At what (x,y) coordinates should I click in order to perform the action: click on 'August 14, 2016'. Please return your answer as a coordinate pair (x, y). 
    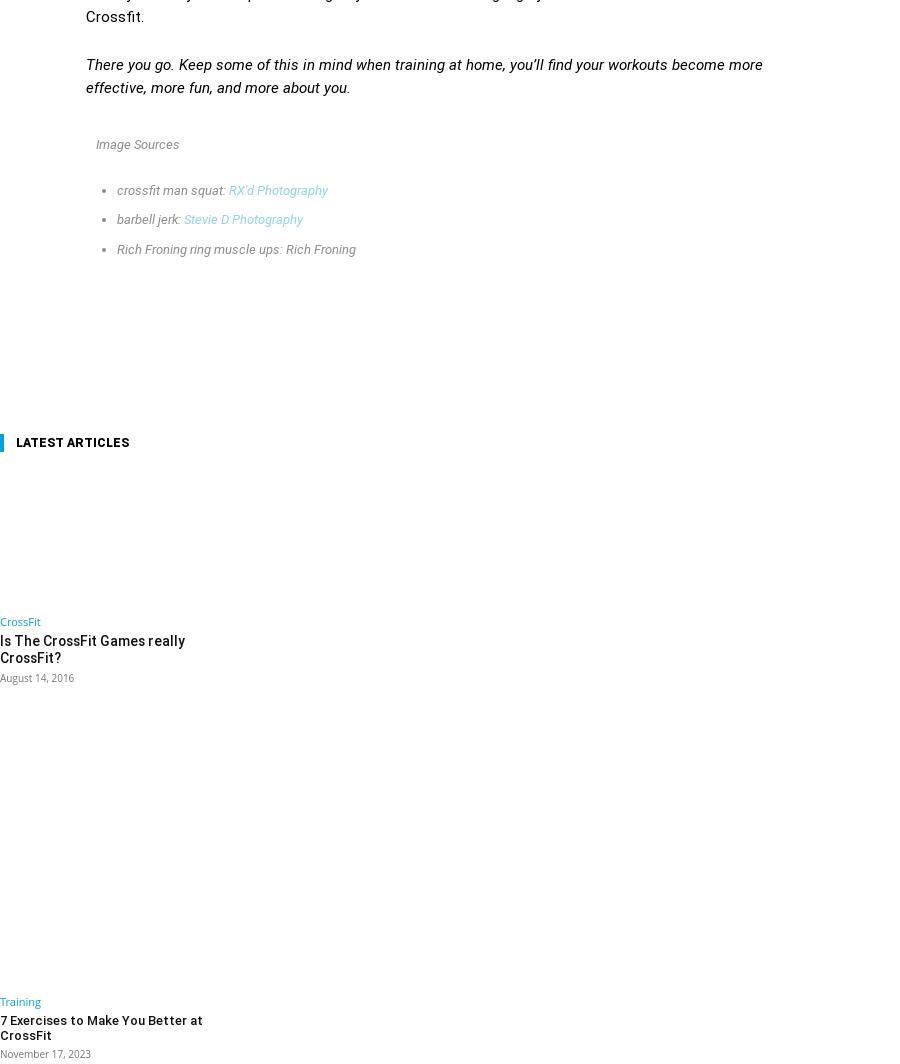
    Looking at the image, I should click on (35, 675).